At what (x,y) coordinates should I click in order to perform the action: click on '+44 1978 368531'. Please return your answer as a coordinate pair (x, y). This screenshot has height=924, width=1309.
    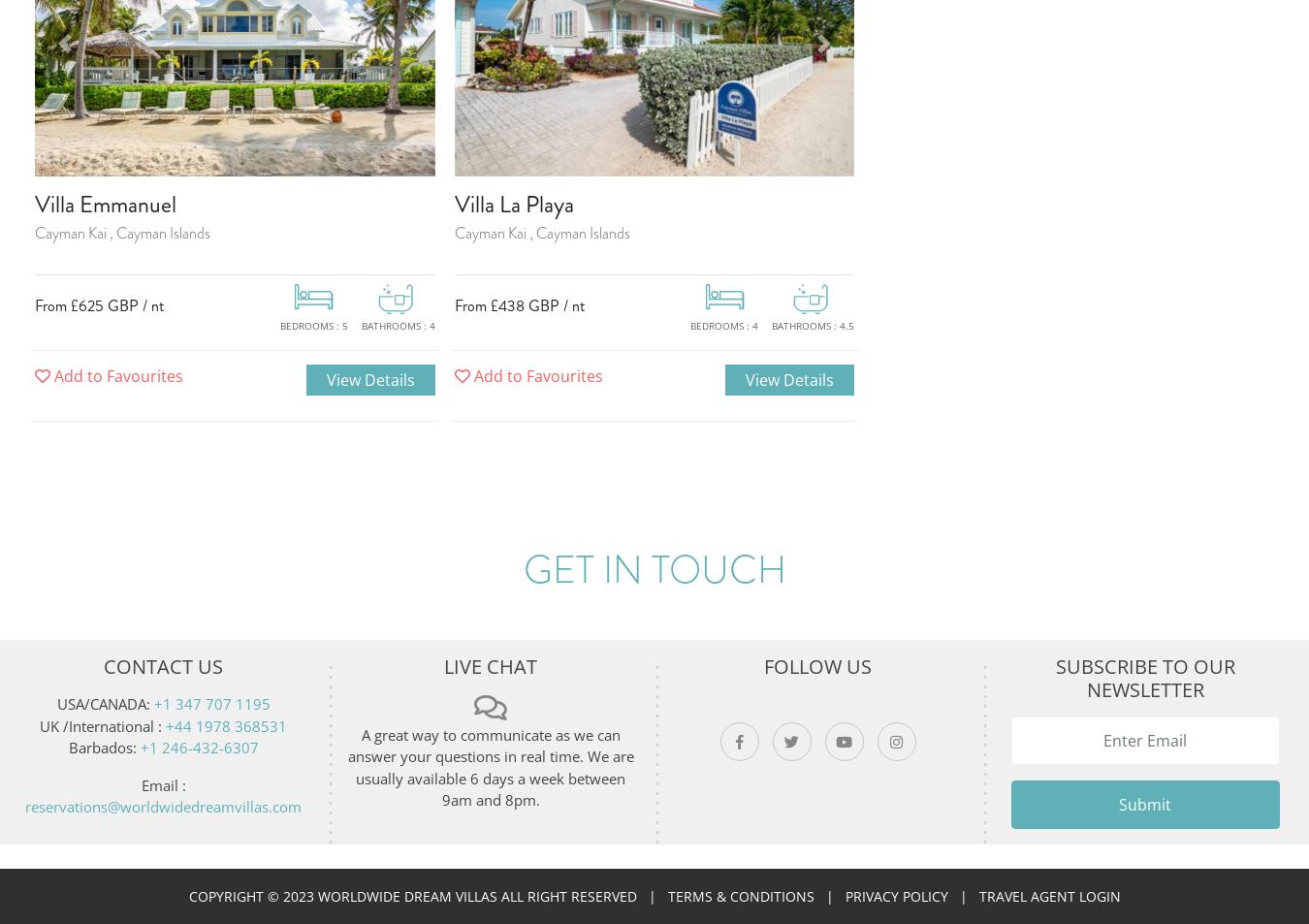
    Looking at the image, I should click on (225, 725).